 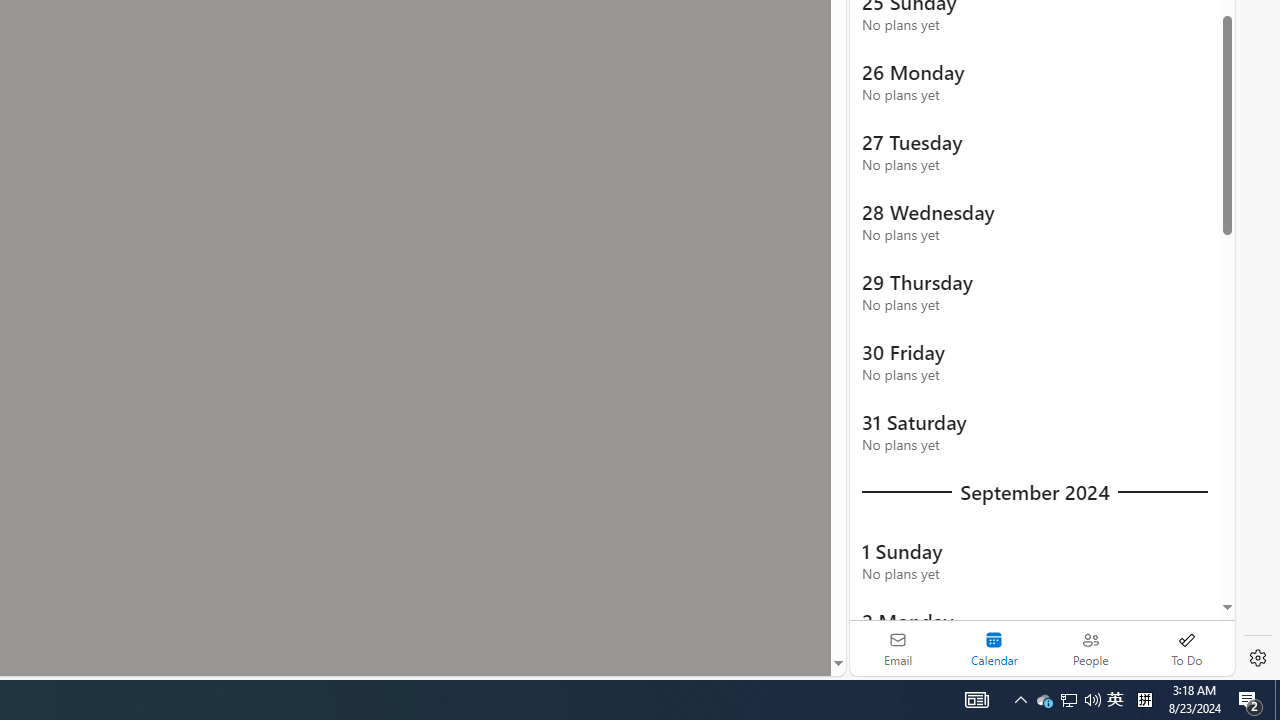 I want to click on 'To Do', so click(x=1186, y=648).